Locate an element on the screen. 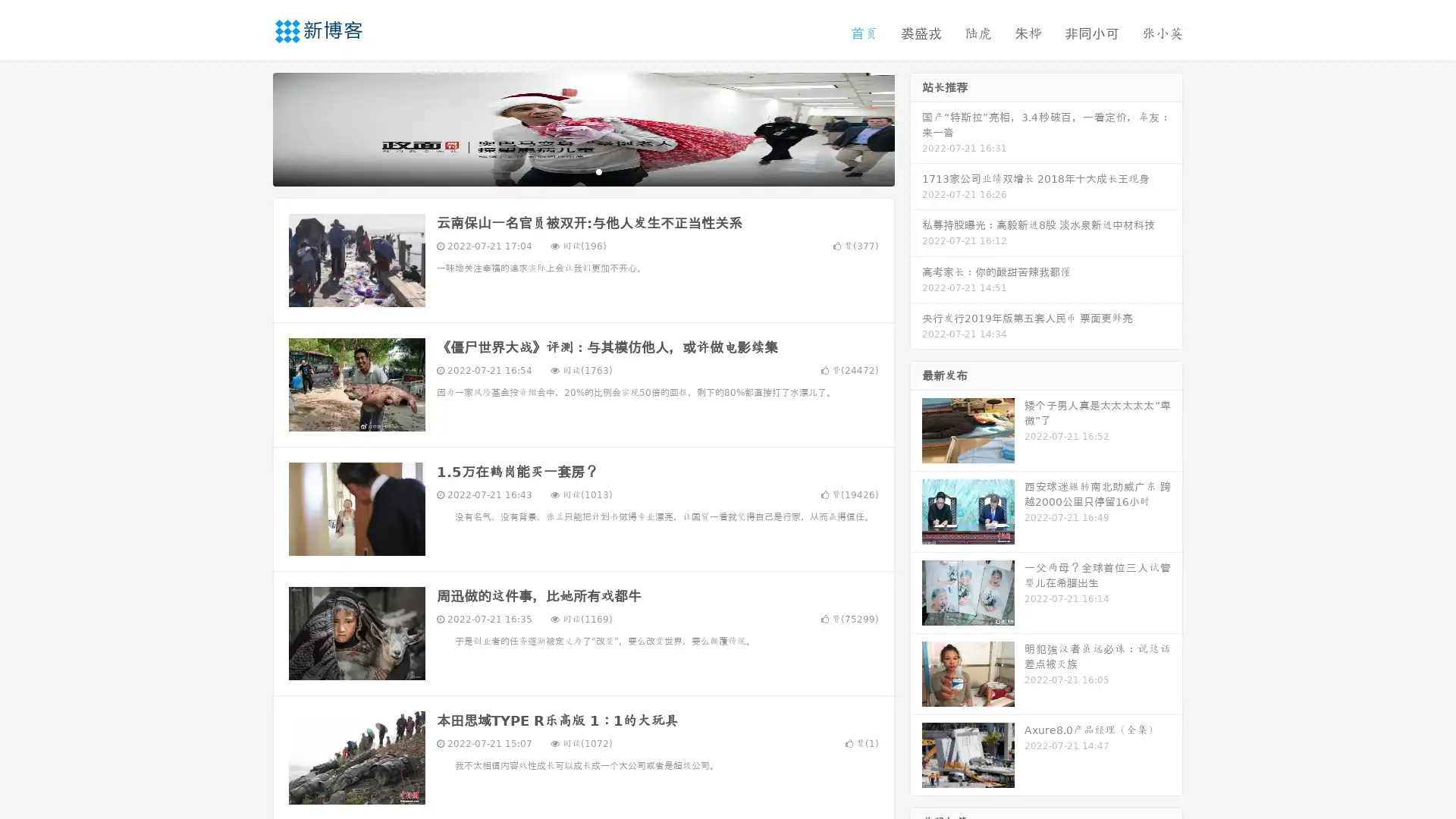 Image resolution: width=1456 pixels, height=819 pixels. Next slide is located at coordinates (916, 127).